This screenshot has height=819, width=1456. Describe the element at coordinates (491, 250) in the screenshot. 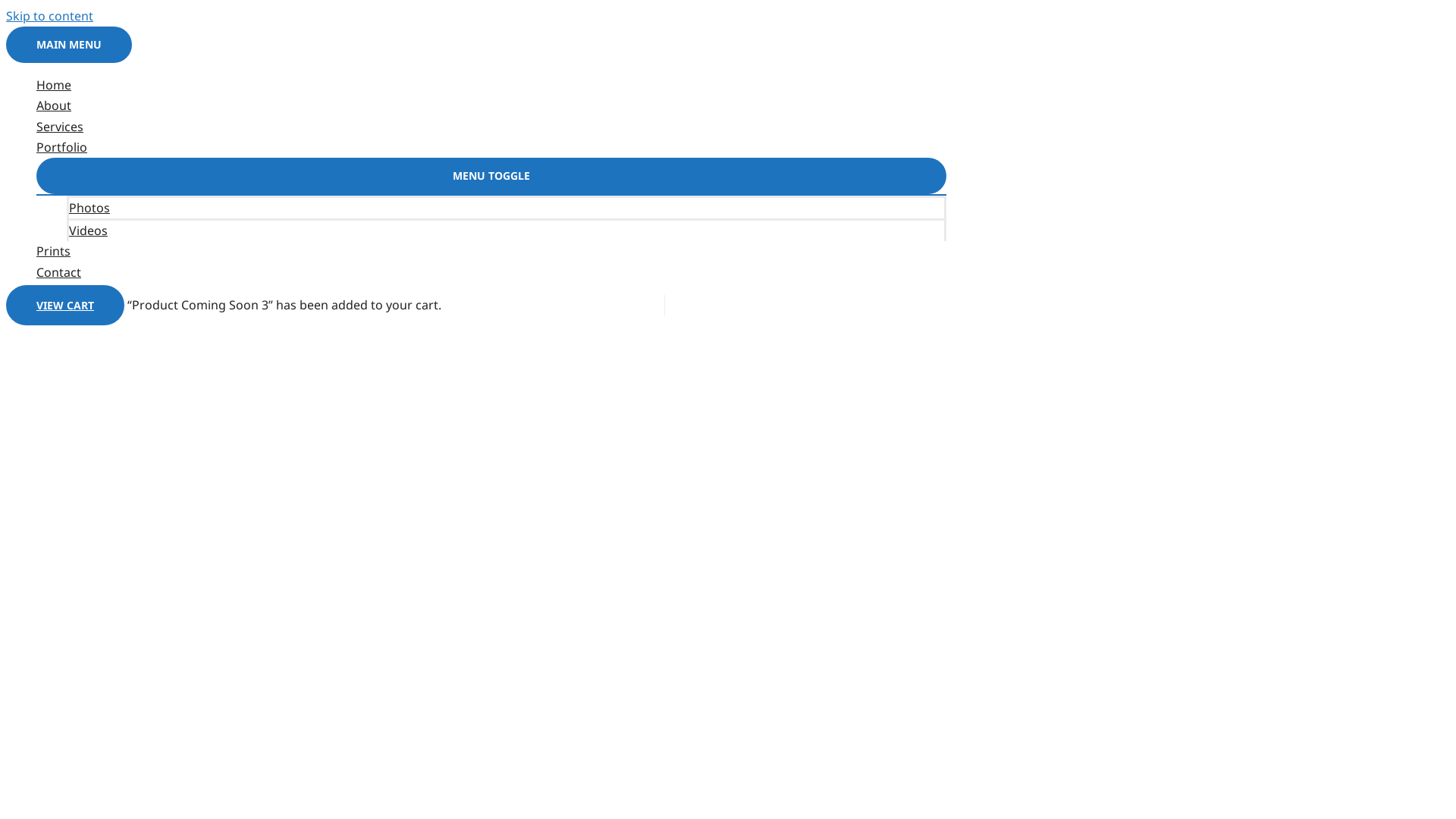

I see `'Prints'` at that location.